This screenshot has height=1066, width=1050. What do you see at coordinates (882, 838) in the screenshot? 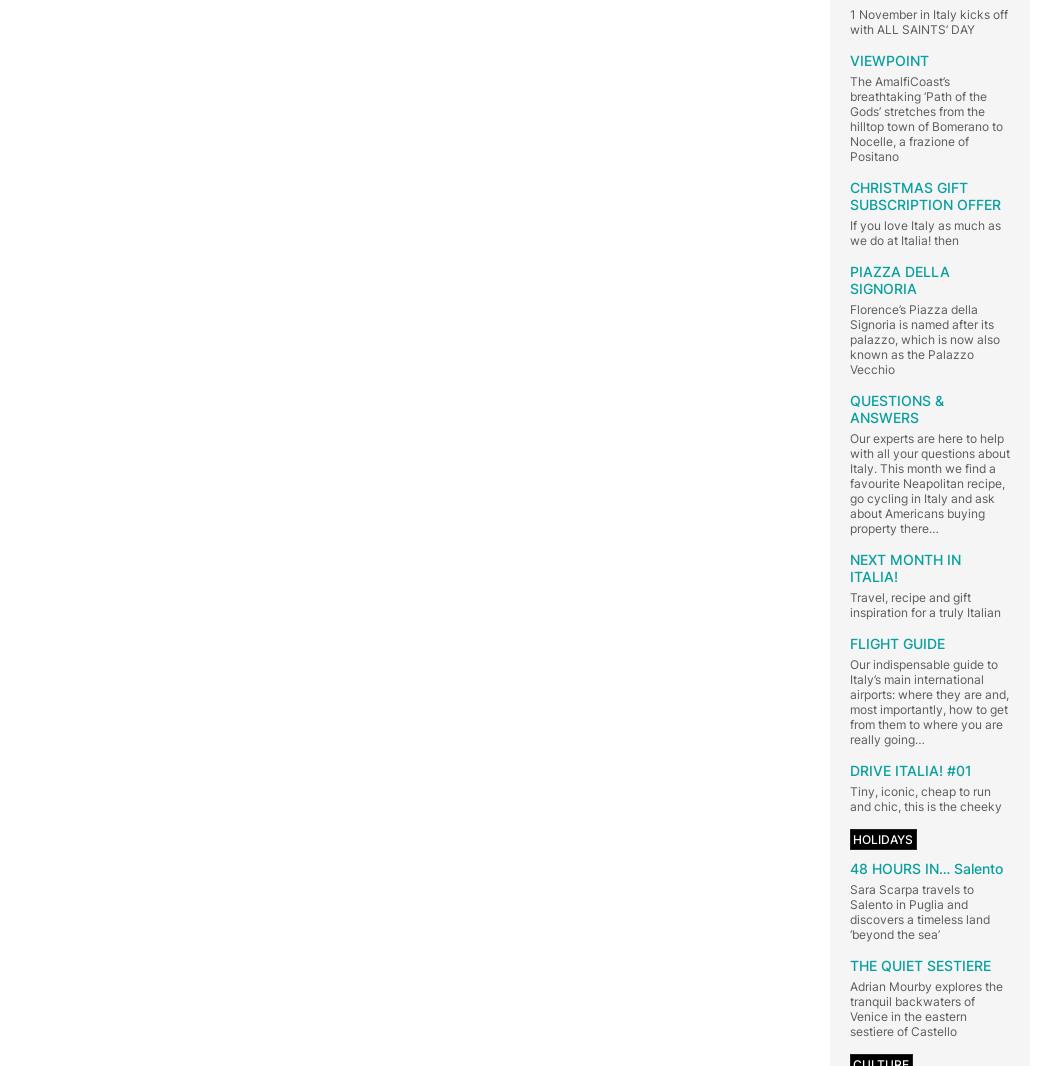
I see `'HOLIDAYS'` at bounding box center [882, 838].